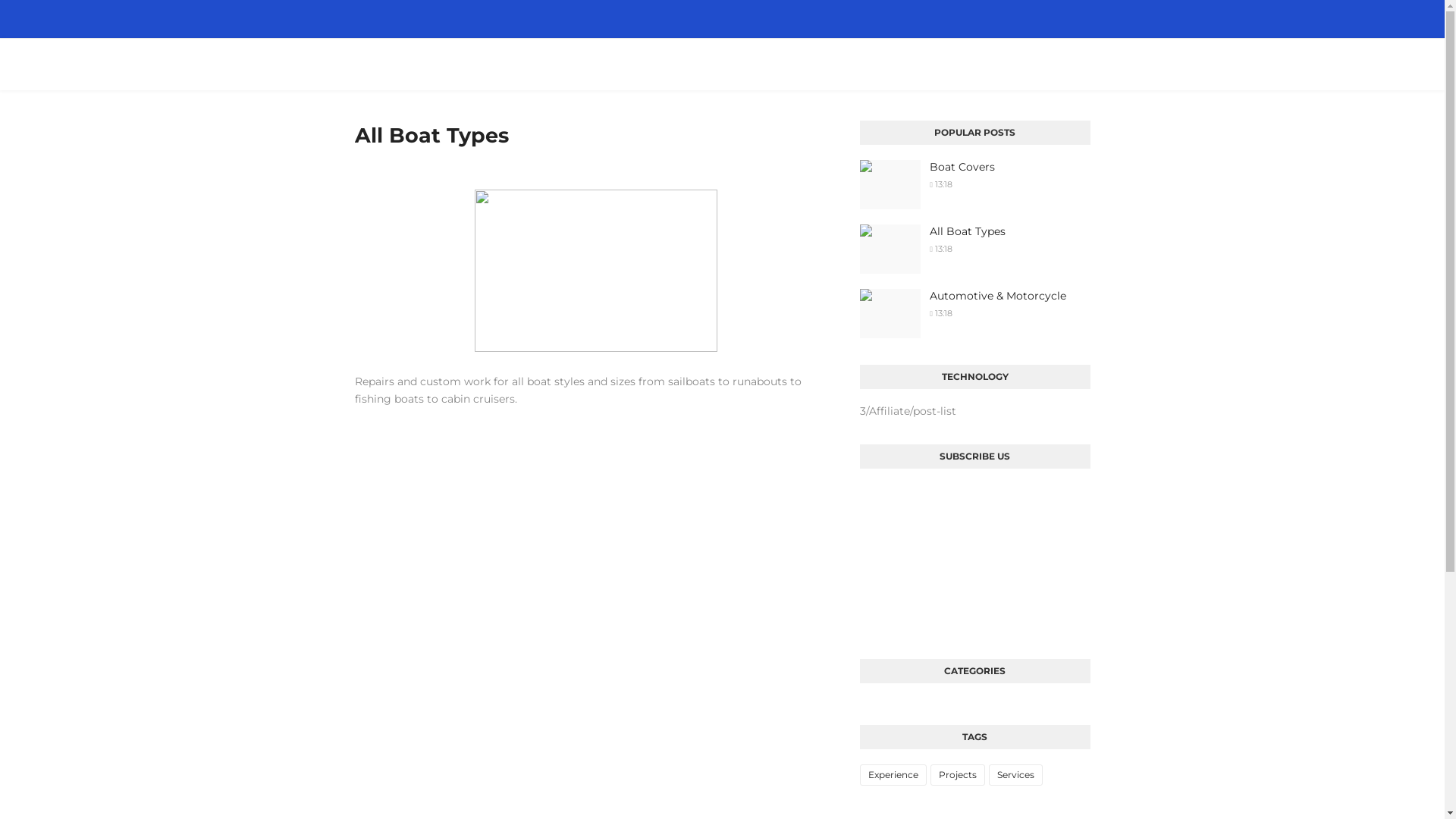 The height and width of the screenshot is (819, 1456). What do you see at coordinates (928, 296) in the screenshot?
I see `'Automotive & Motorcycle'` at bounding box center [928, 296].